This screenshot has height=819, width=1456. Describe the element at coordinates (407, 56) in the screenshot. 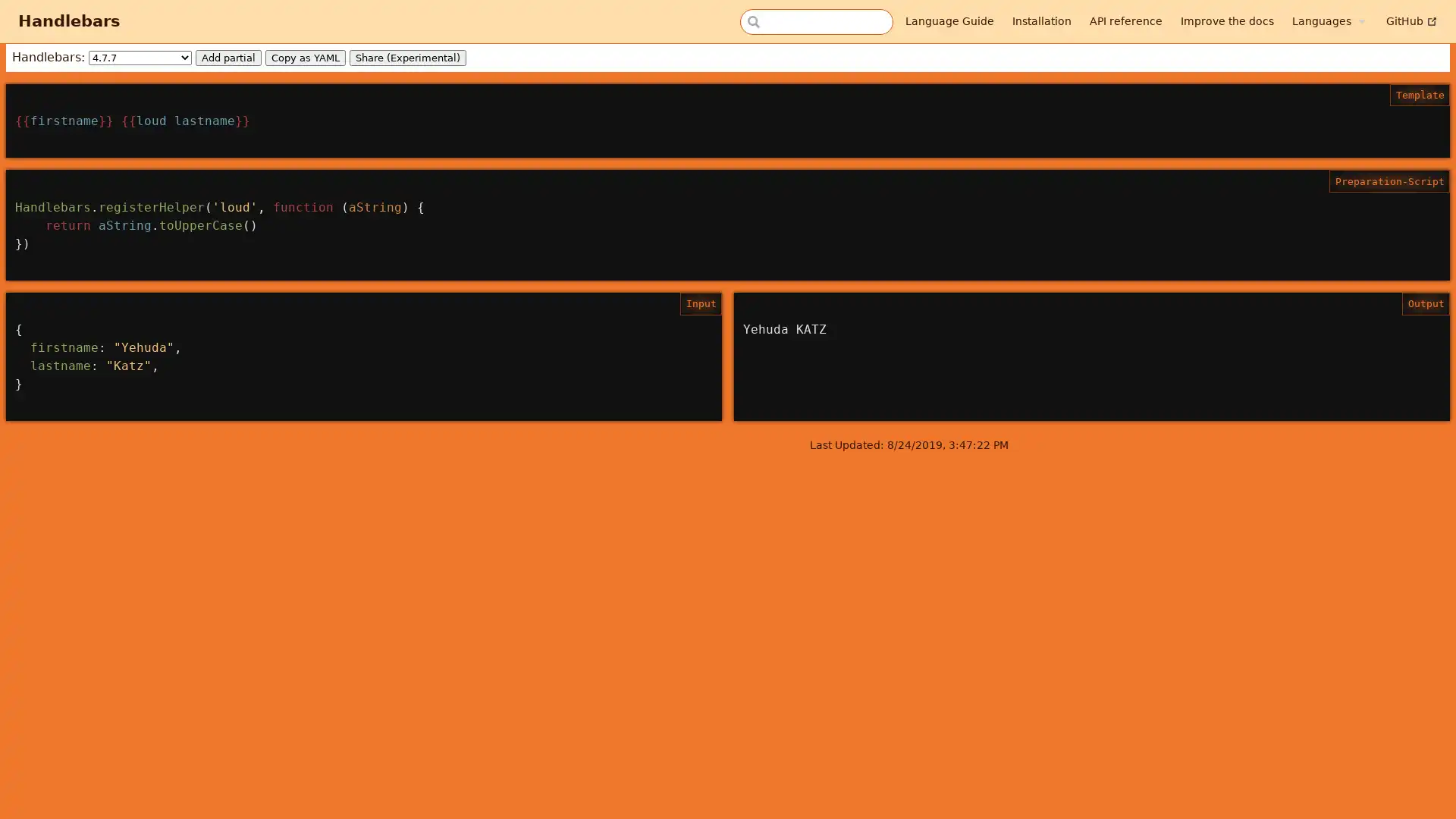

I see `Share (Experimental)` at that location.